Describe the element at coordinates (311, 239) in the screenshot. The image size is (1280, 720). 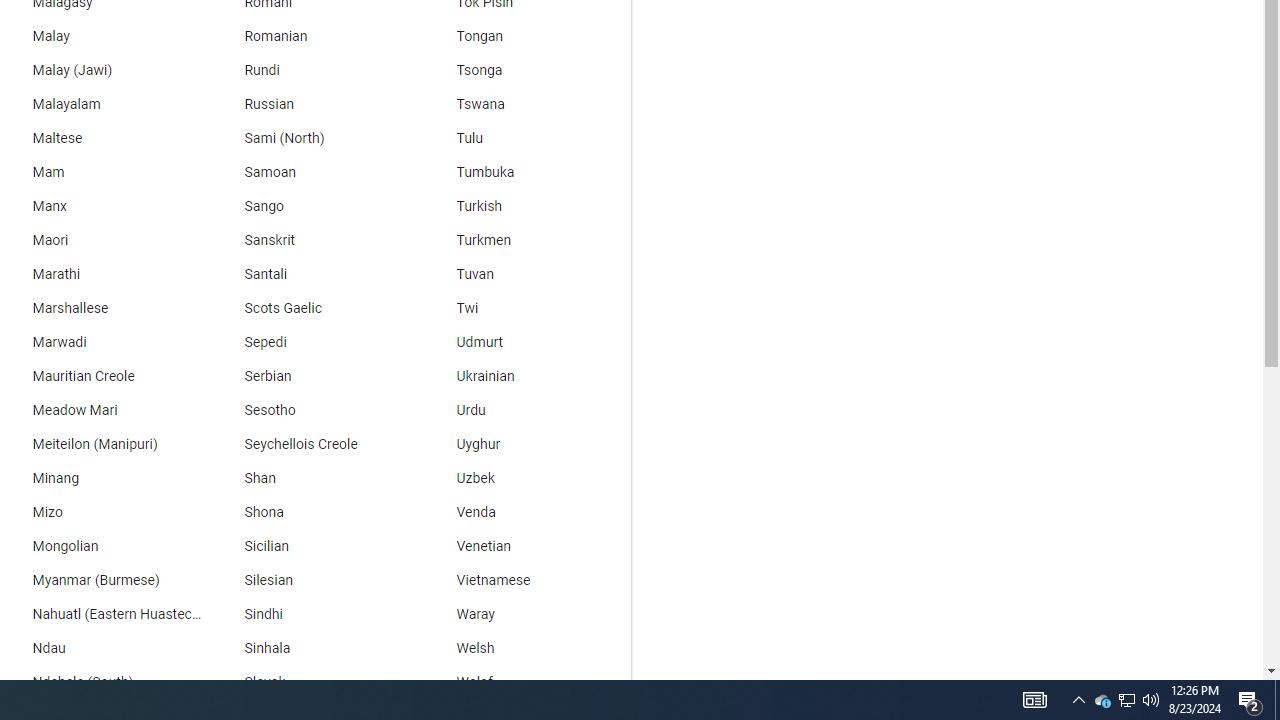
I see `'Sanskrit'` at that location.